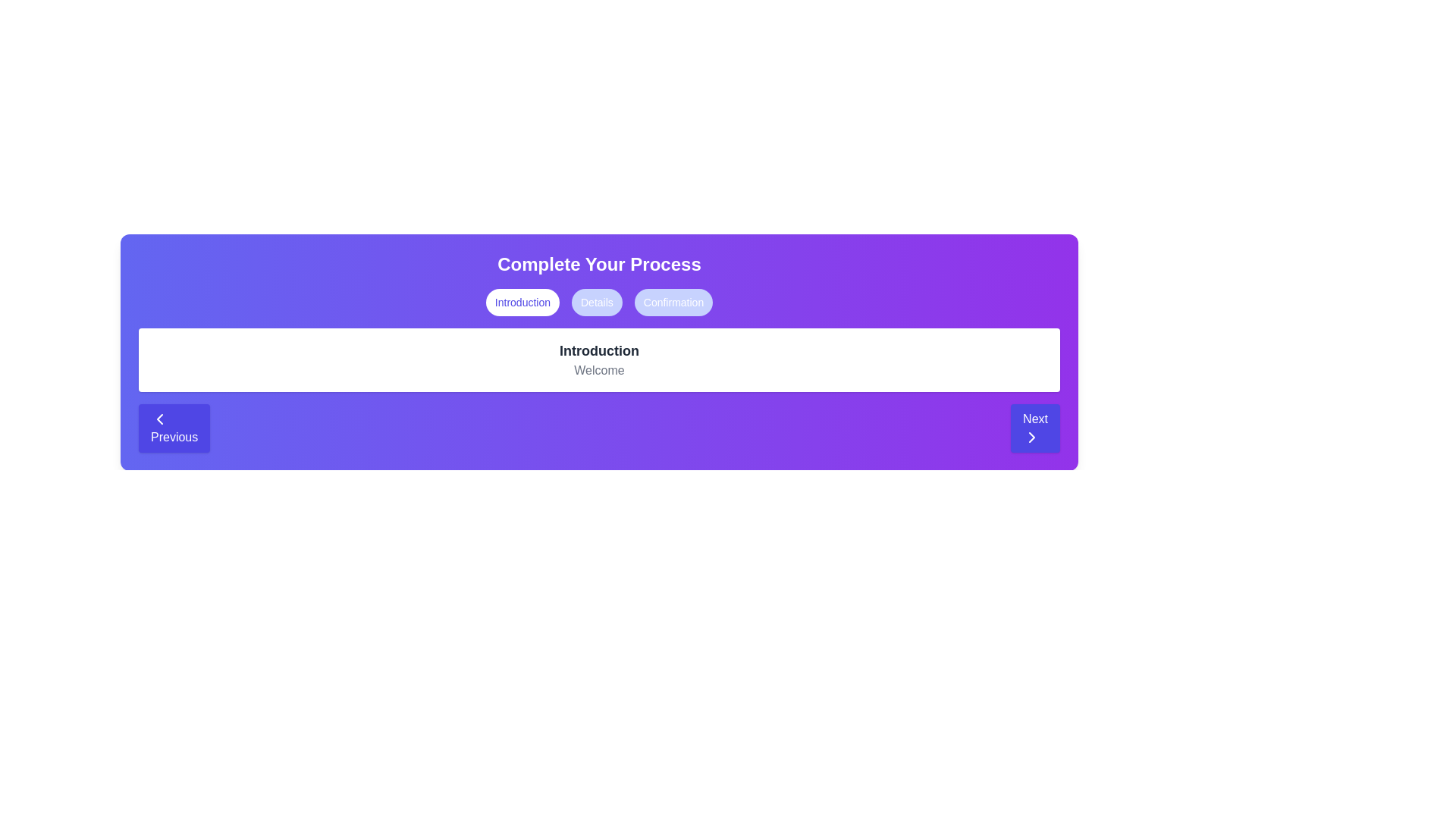 The height and width of the screenshot is (819, 1456). I want to click on the Text header element, which serves as the title for the surrounding section in the card-like interface, so click(598, 263).